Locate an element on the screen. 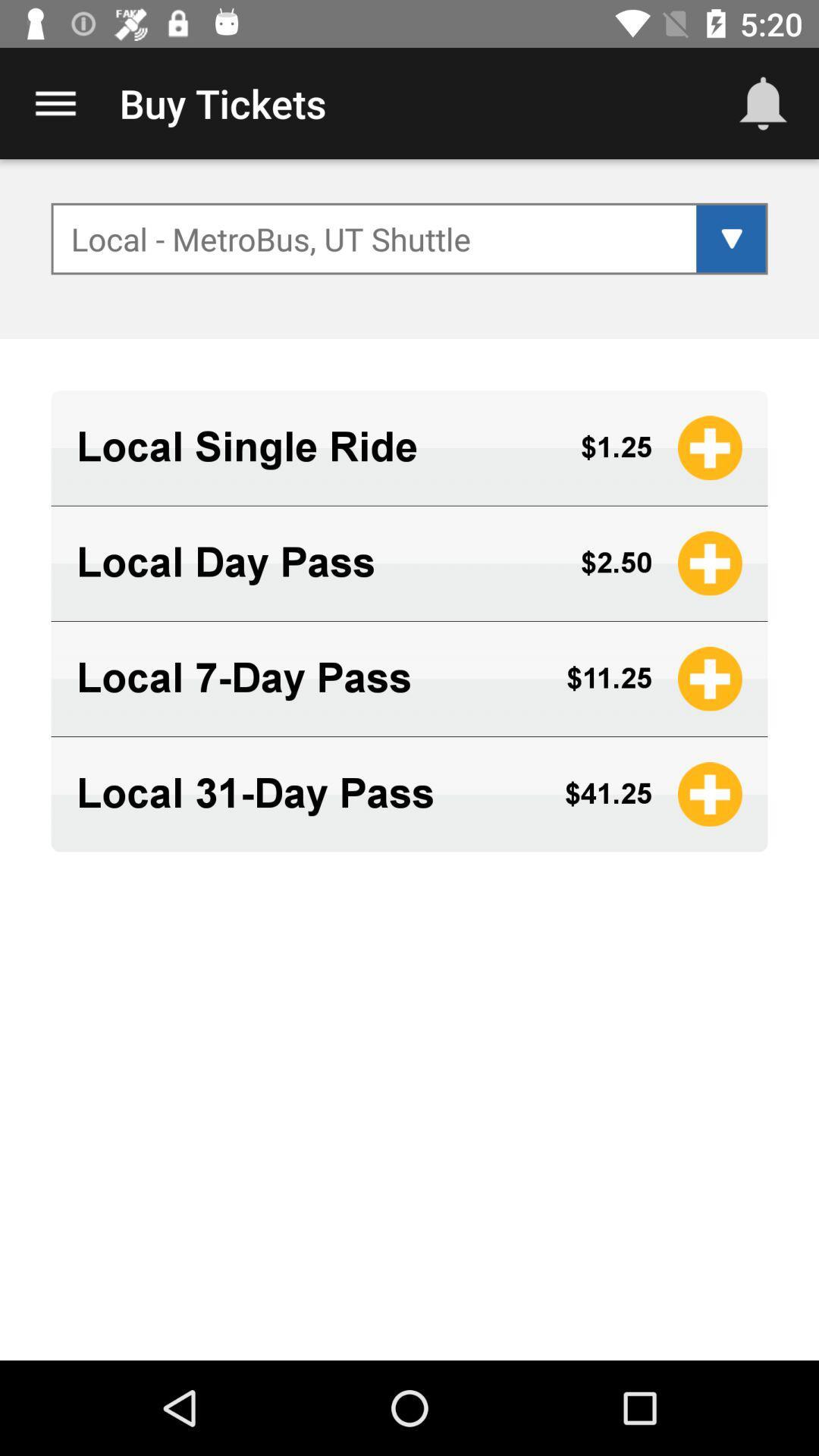 The height and width of the screenshot is (1456, 819). app below local 31 day item is located at coordinates (409, 877).